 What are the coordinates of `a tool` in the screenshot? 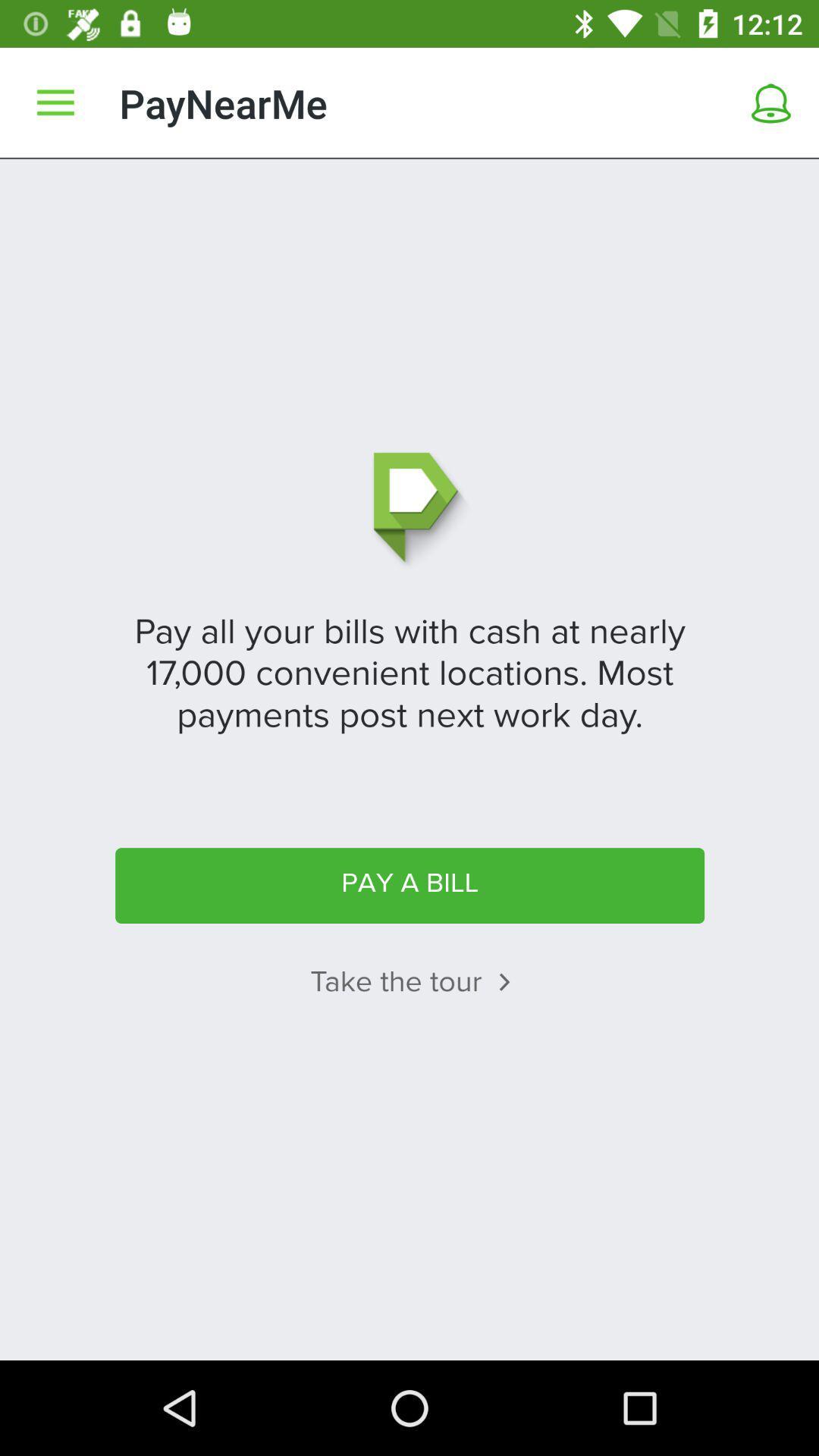 It's located at (771, 102).